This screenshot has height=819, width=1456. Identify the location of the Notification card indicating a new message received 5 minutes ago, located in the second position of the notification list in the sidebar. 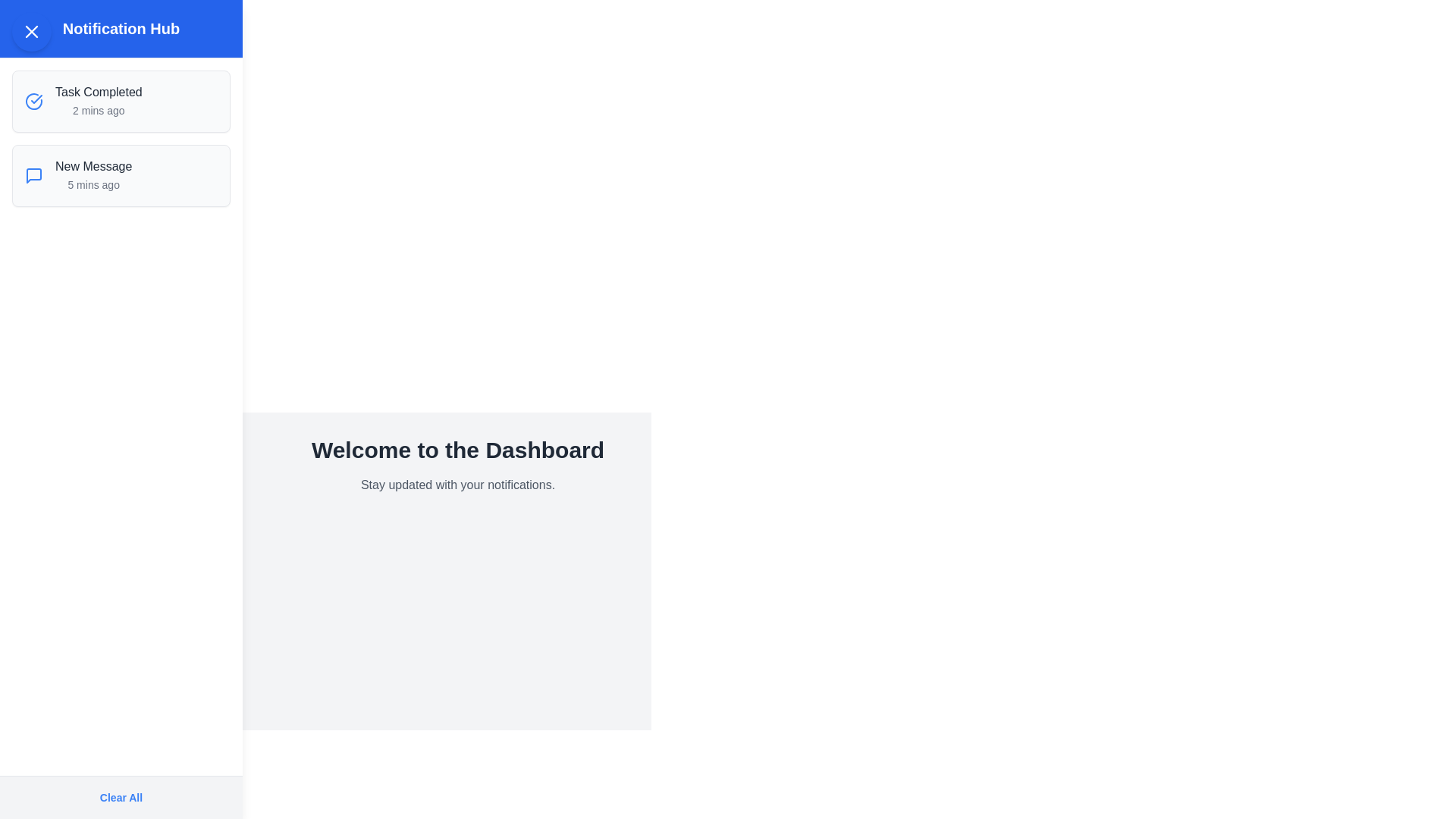
(120, 174).